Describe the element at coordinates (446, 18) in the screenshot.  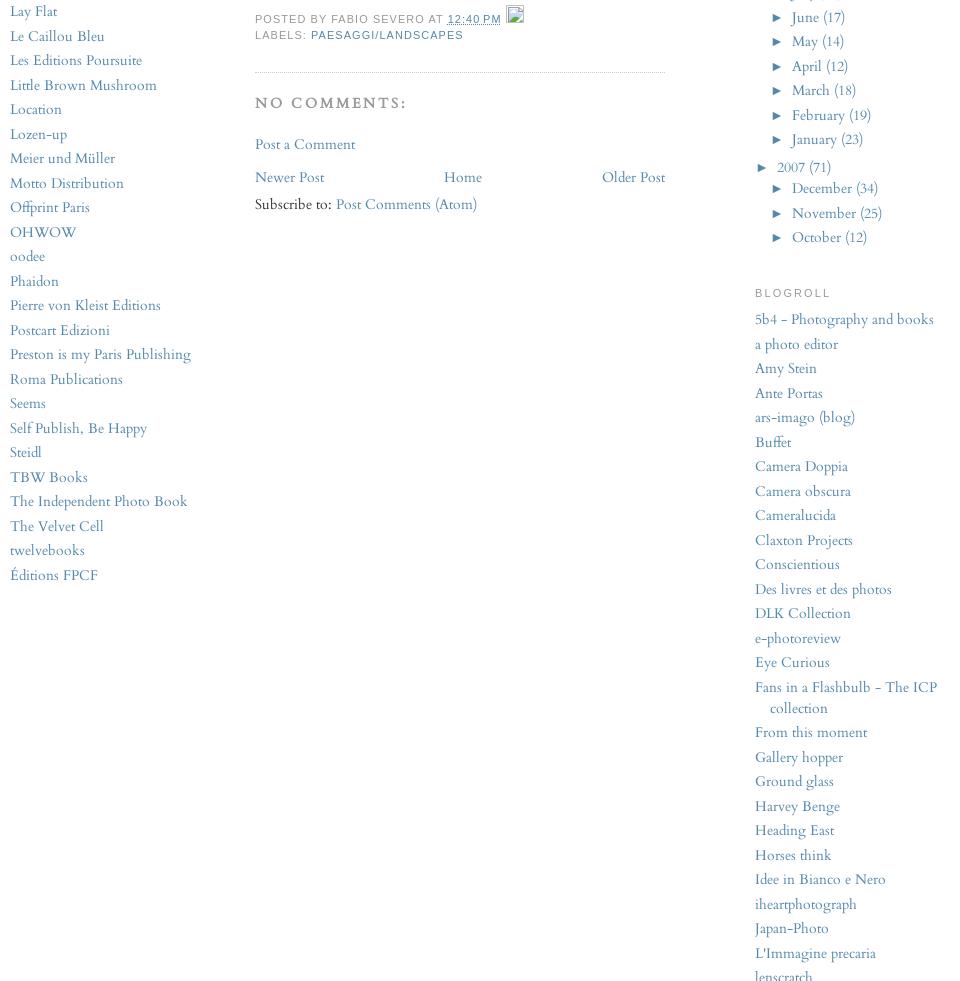
I see `'12:40 PM'` at that location.